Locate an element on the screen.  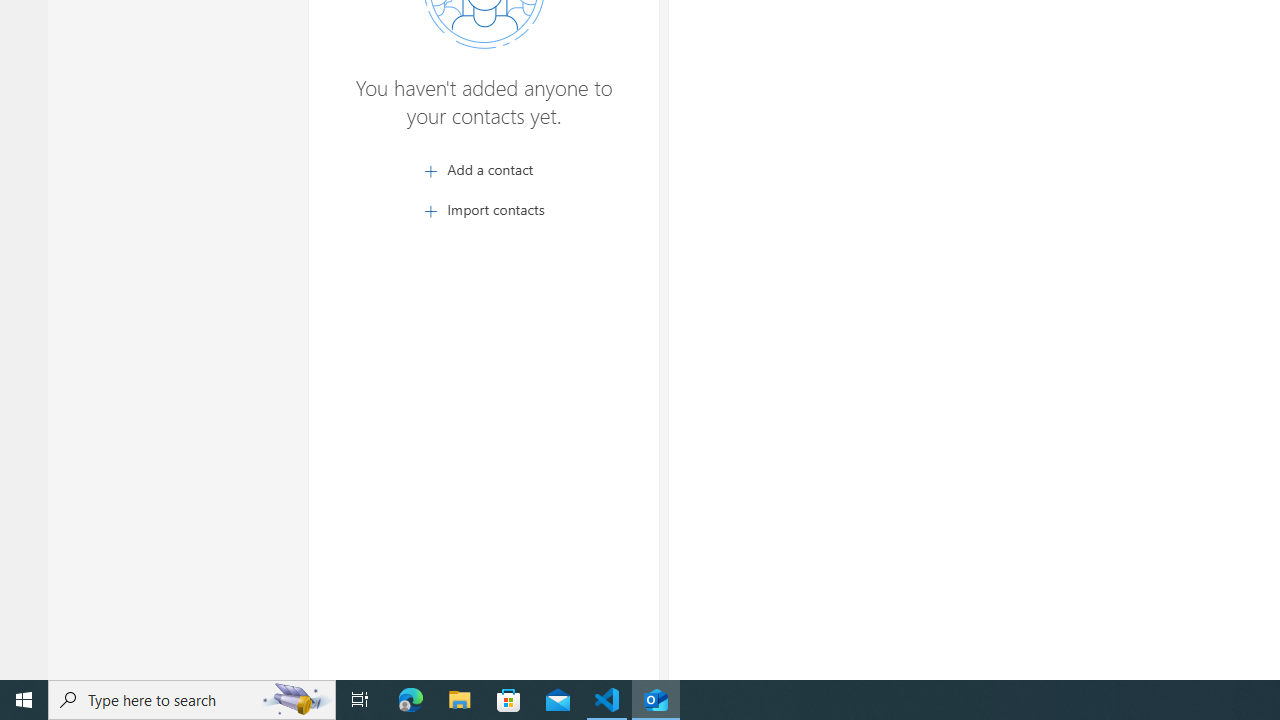
'Add a contact' is located at coordinates (483, 168).